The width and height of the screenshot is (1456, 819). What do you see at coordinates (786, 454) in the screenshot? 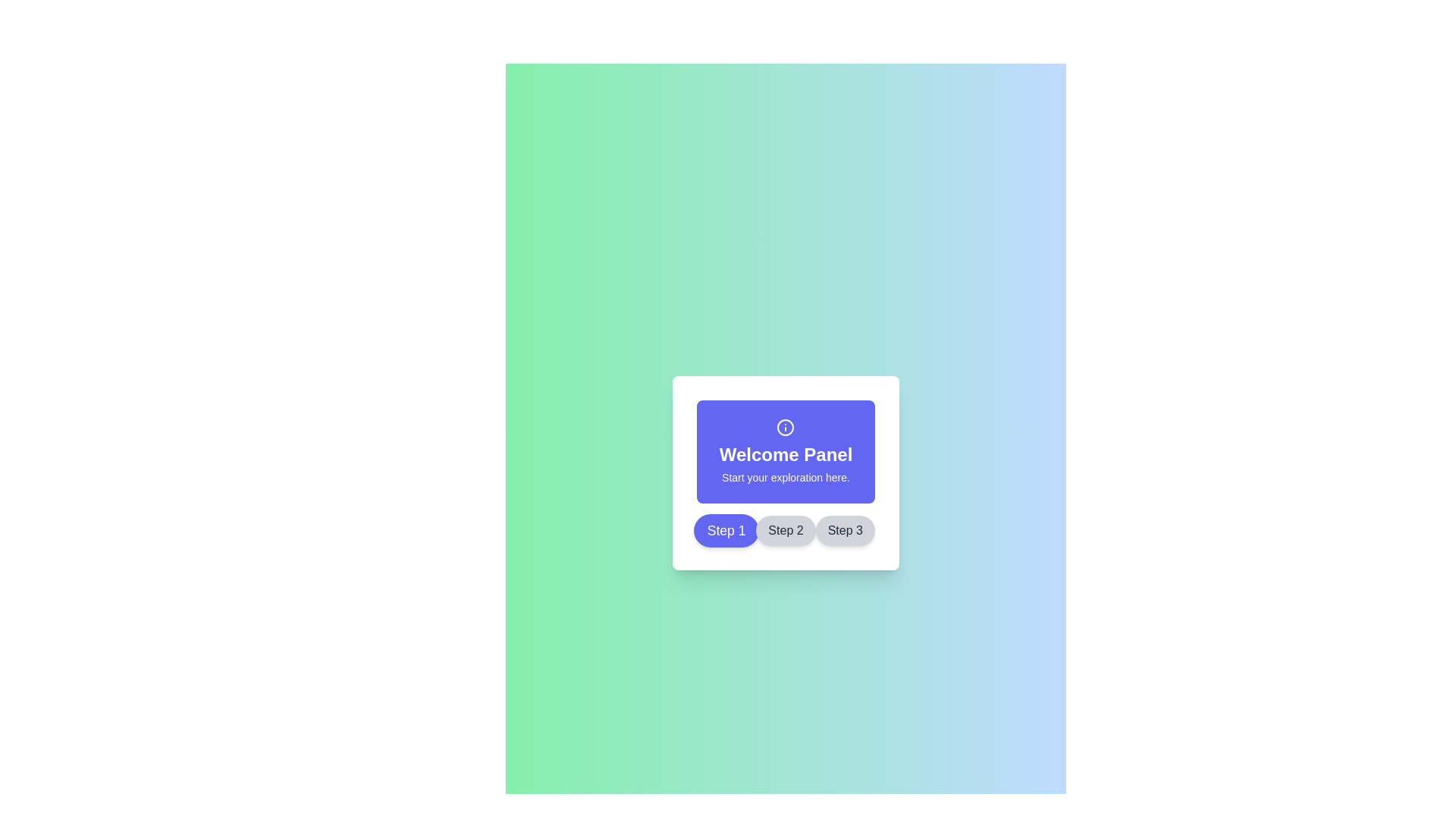
I see `the text label that serves as a title for the panel, positioned above the smaller text element that reads 'Start your exploration here.'` at bounding box center [786, 454].